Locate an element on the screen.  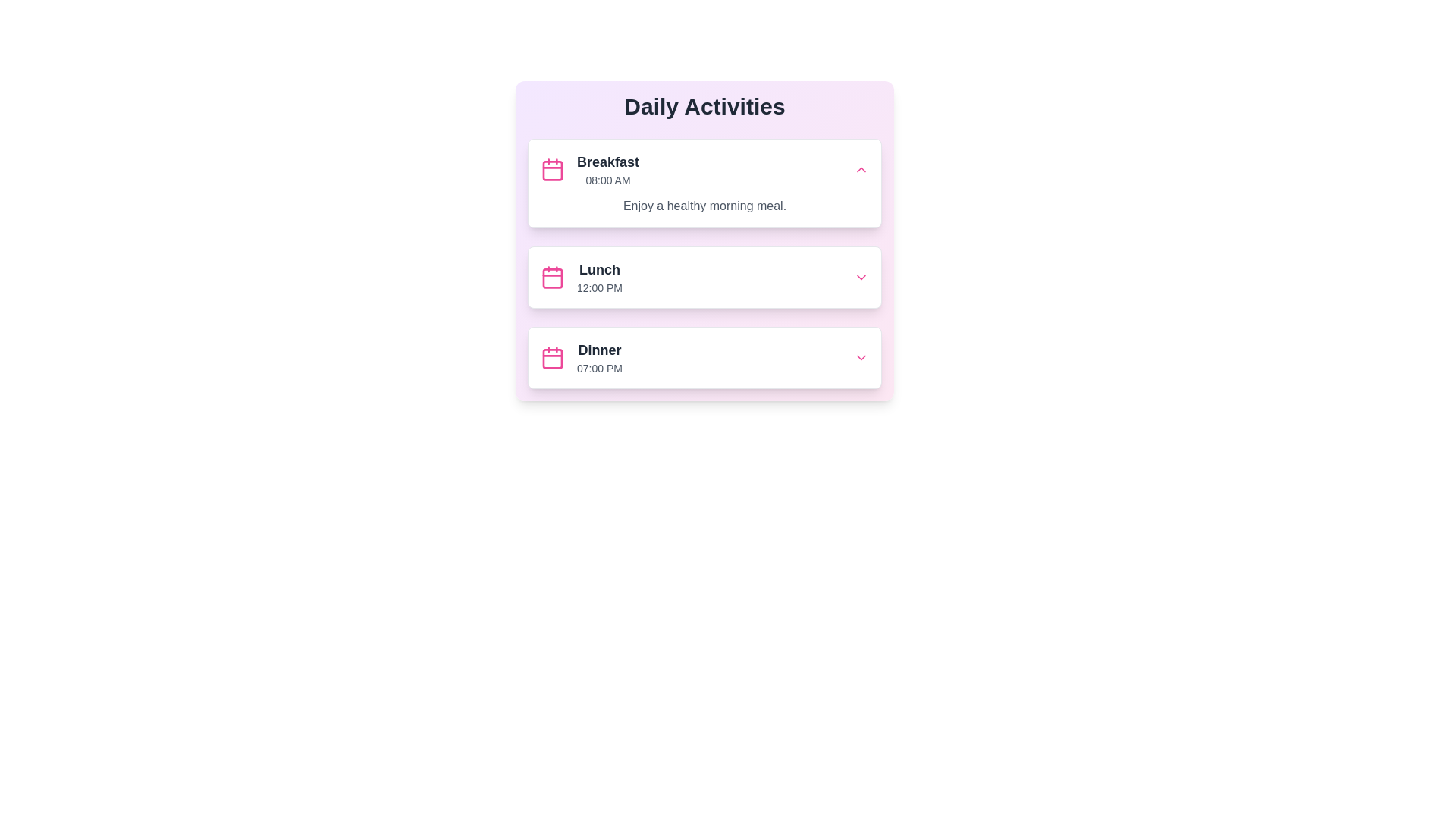
the text label located below the time label '08:00 AM' in the 'Breakfast' card is located at coordinates (704, 206).